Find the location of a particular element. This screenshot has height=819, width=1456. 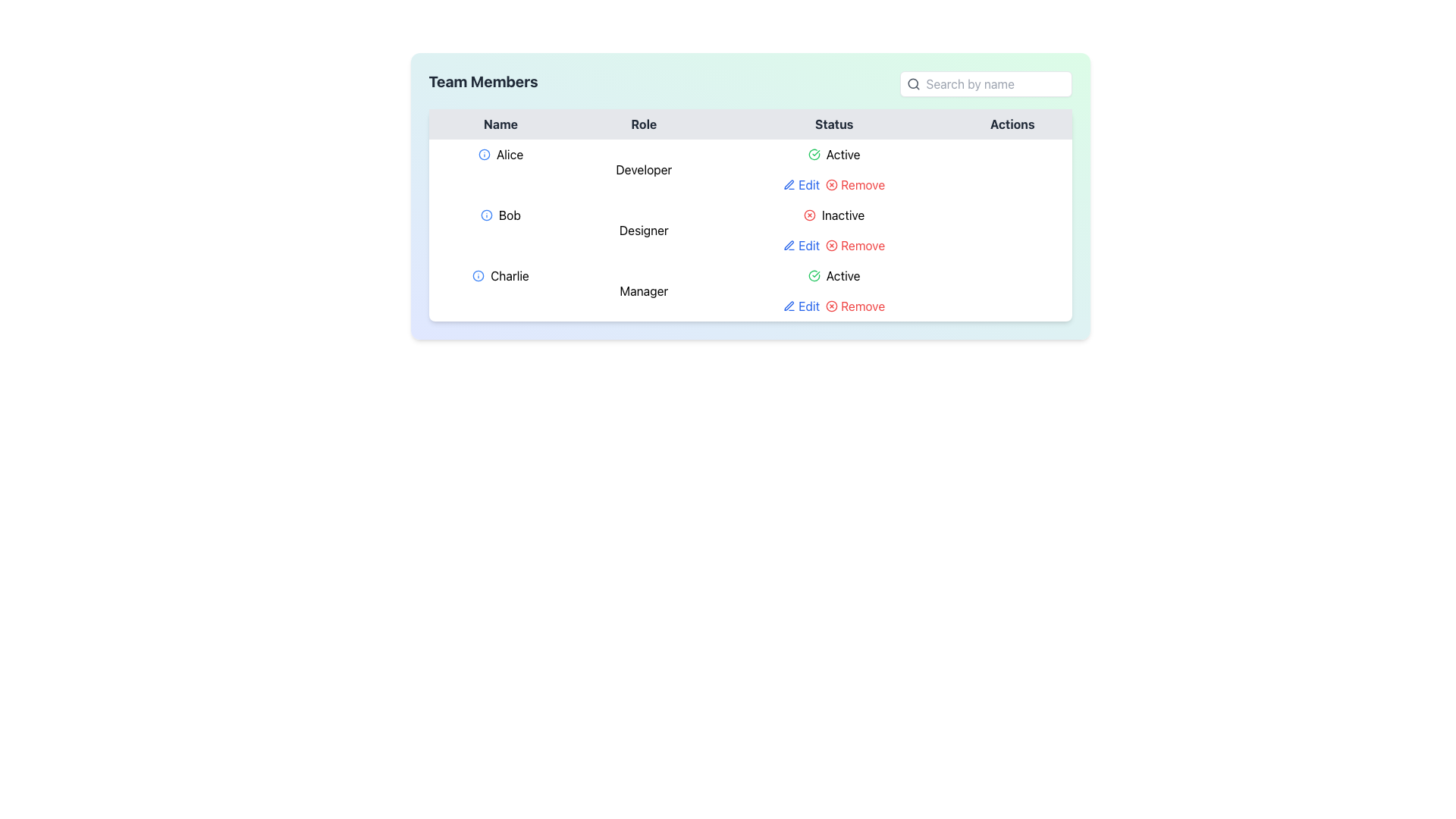

the link with an icon in the 'Actions' column is located at coordinates (801, 306).